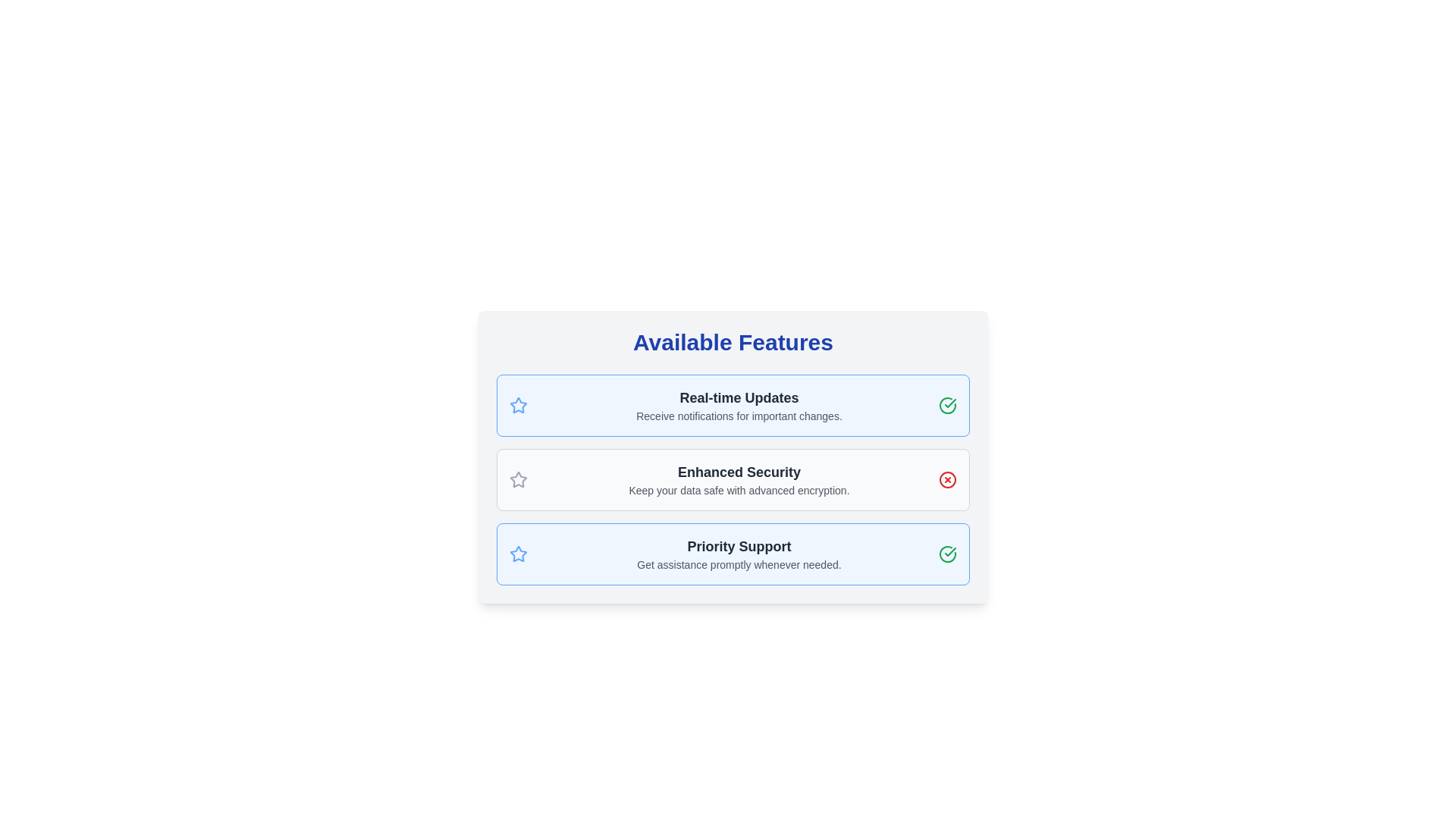 This screenshot has width=1456, height=819. I want to click on the circular green checkmark icon located in the bottom-right quadrant of the 'Priority Support' checkbox area, so click(946, 554).